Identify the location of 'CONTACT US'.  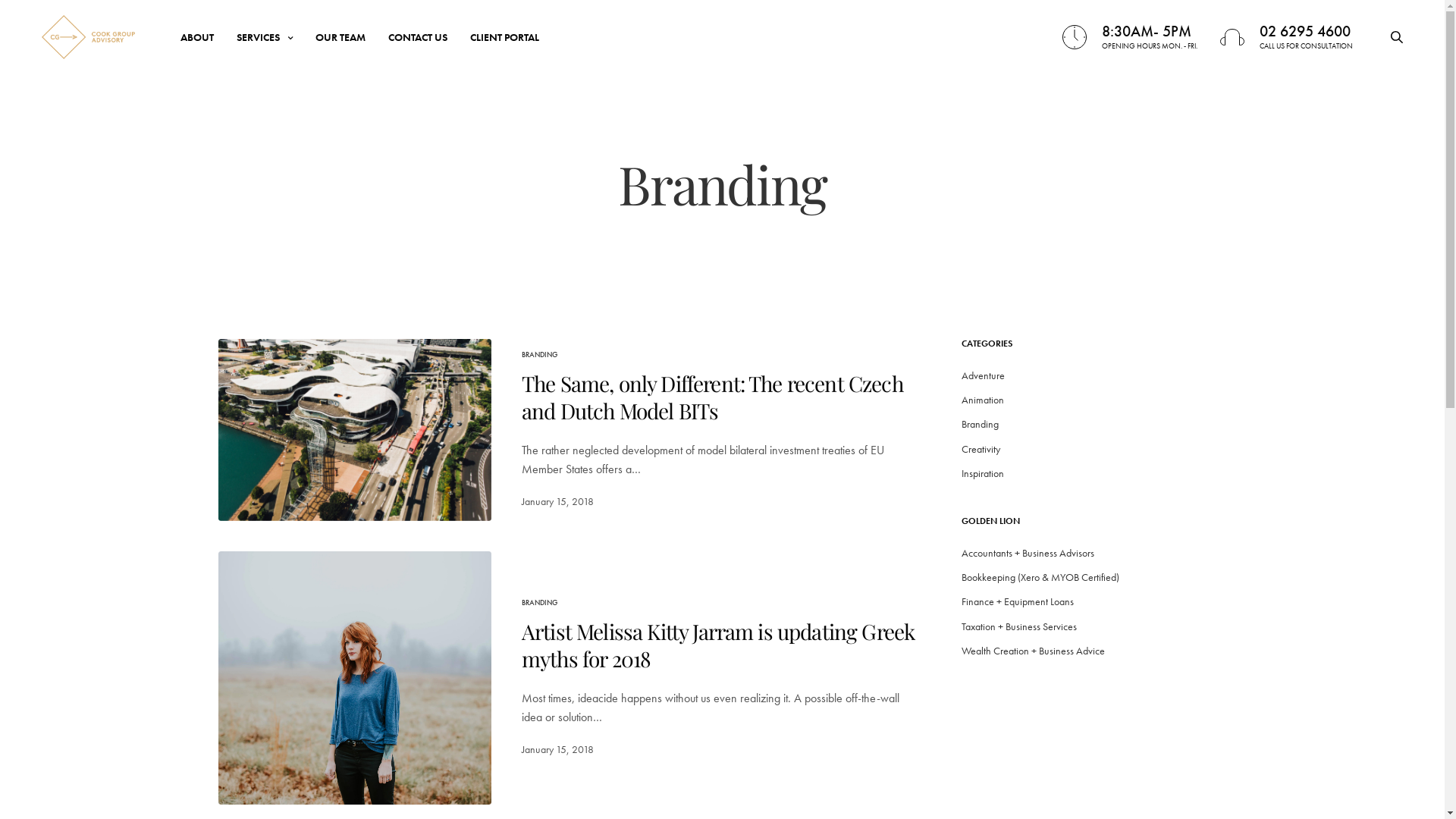
(388, 36).